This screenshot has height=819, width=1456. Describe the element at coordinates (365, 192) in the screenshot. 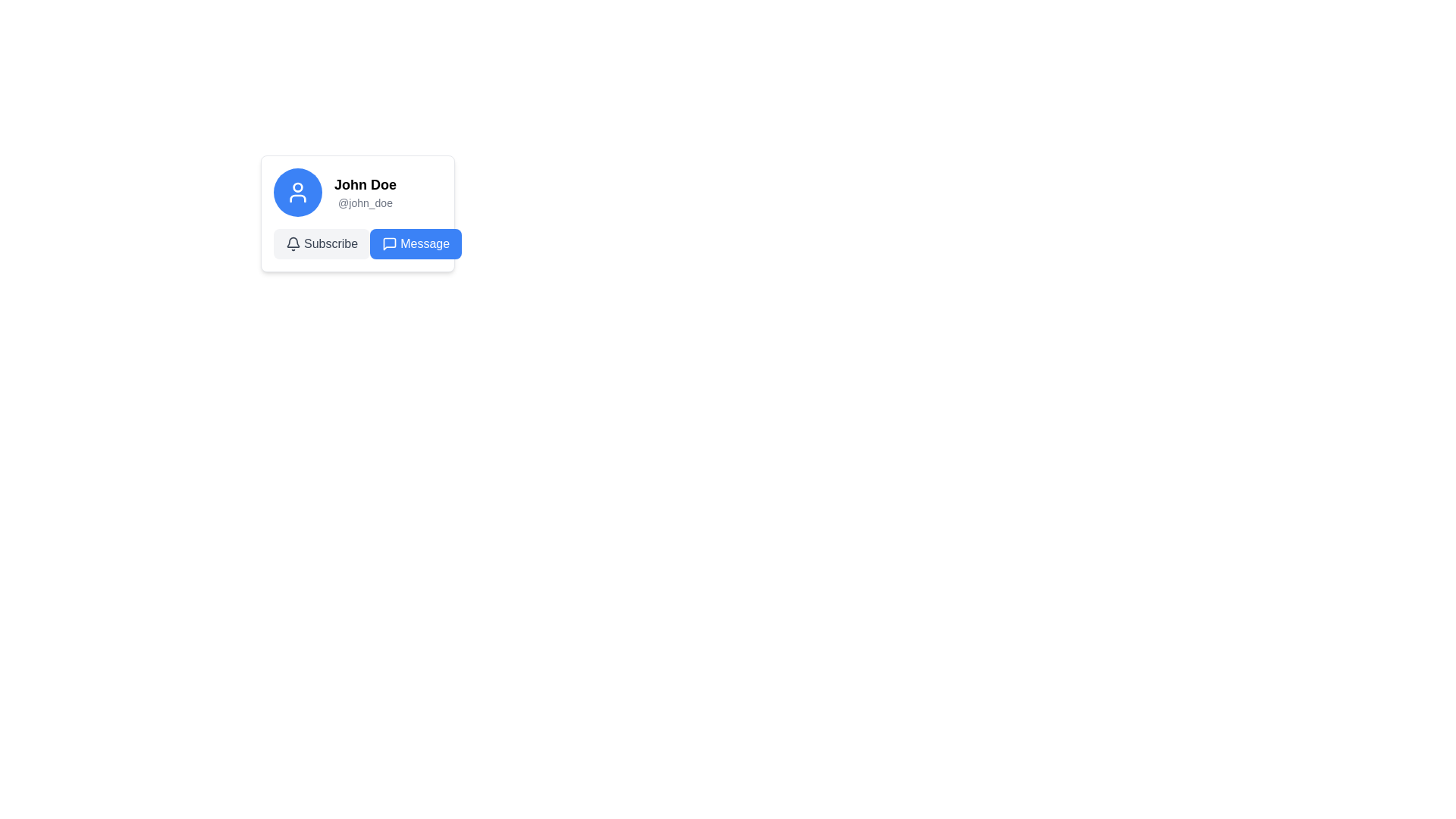

I see `text content from the Text Display in the user profile card, which shows the user's name and username, located to the right of the user avatar icon` at that location.